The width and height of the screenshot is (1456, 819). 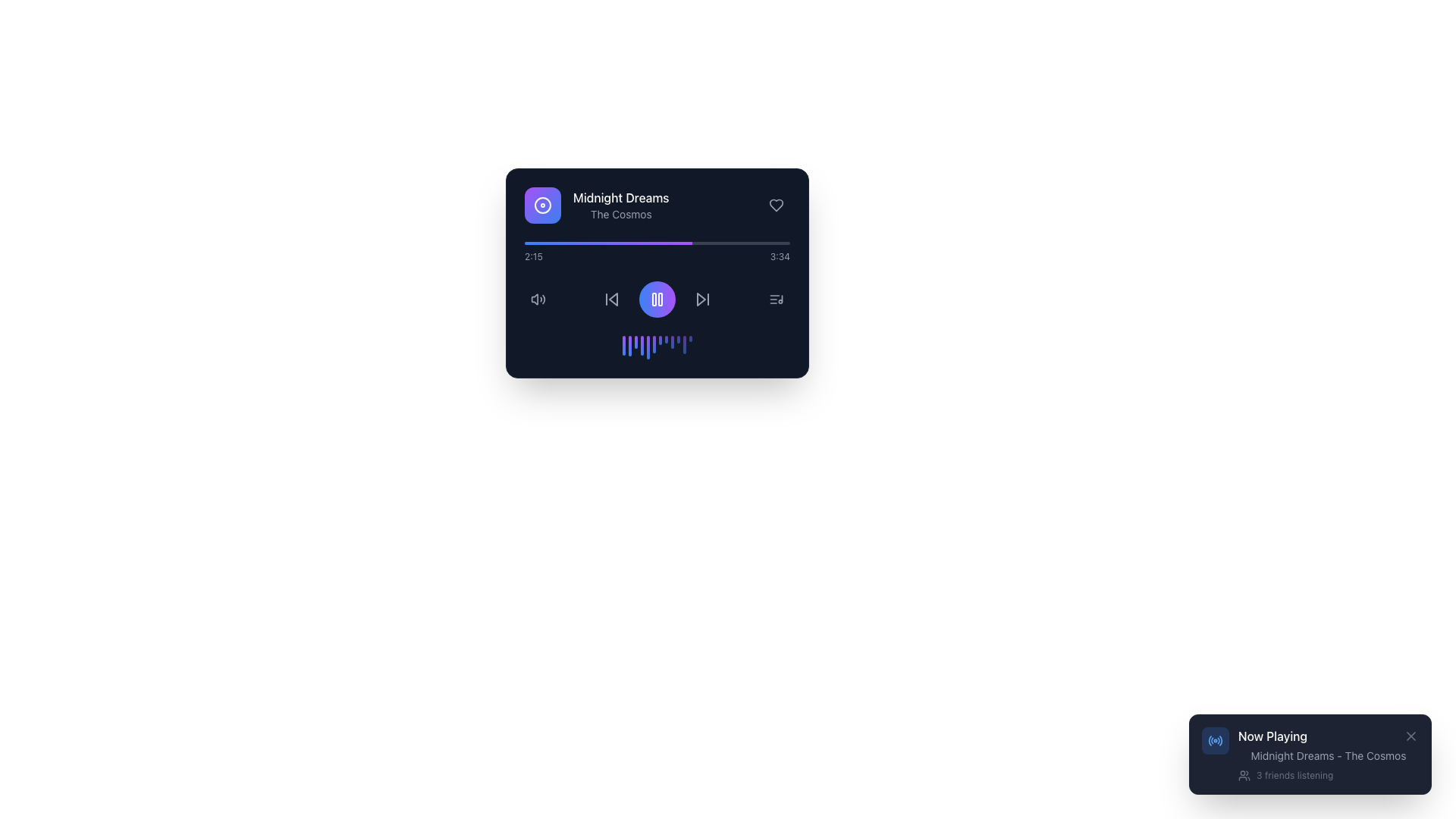 I want to click on the heart-shaped icon embedded within the clickable button in the top-right corner of the music playback control interface, so click(x=776, y=205).